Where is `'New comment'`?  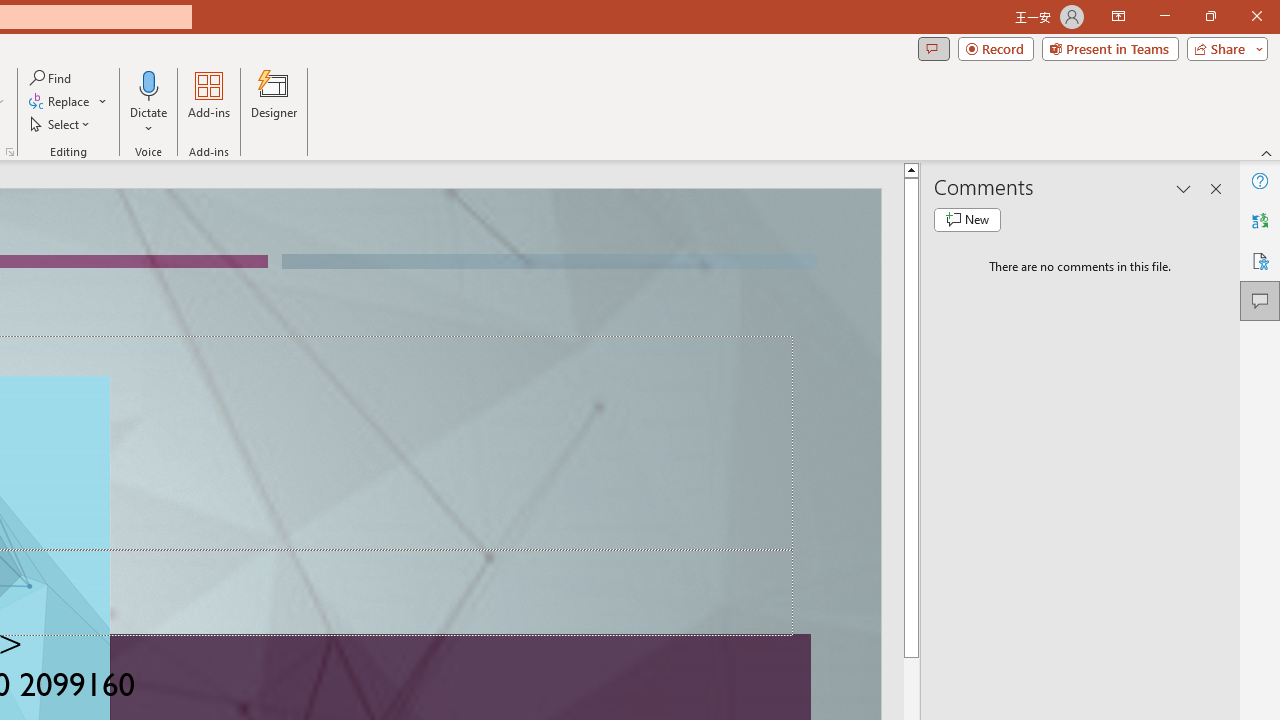
'New comment' is located at coordinates (967, 219).